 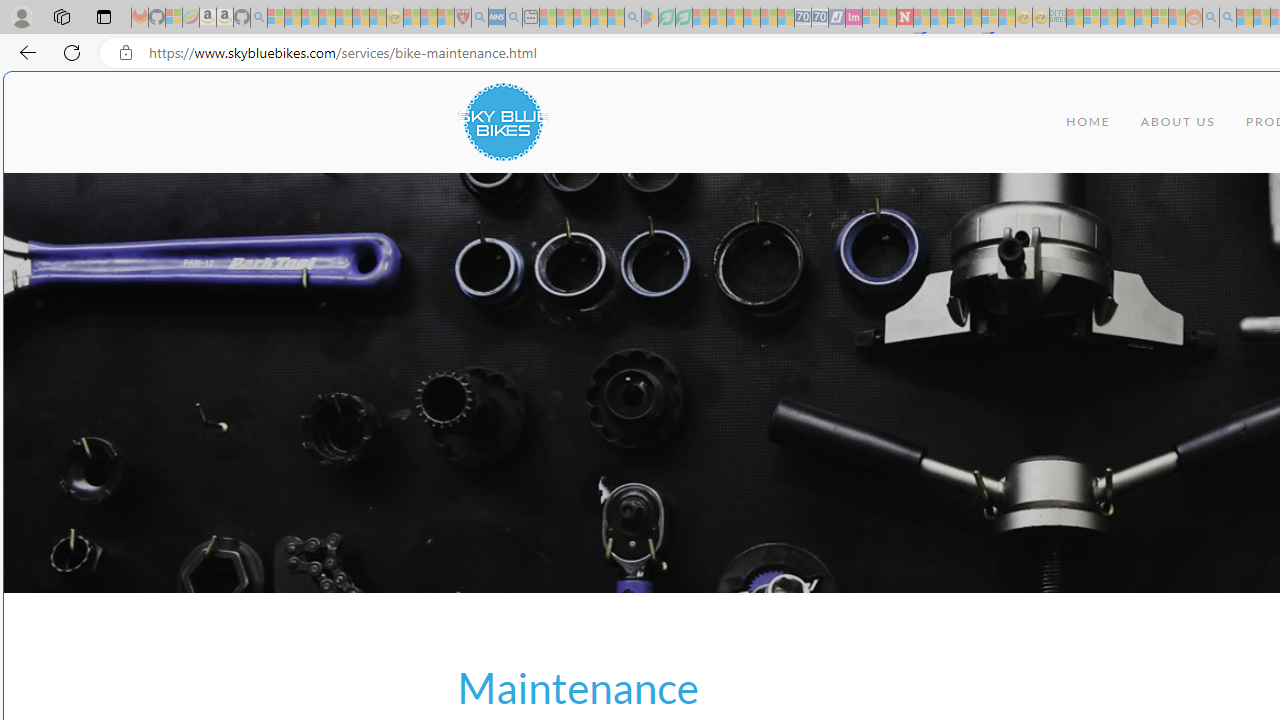 I want to click on 'Utah sues federal government - Search - Sleeping', so click(x=1227, y=17).